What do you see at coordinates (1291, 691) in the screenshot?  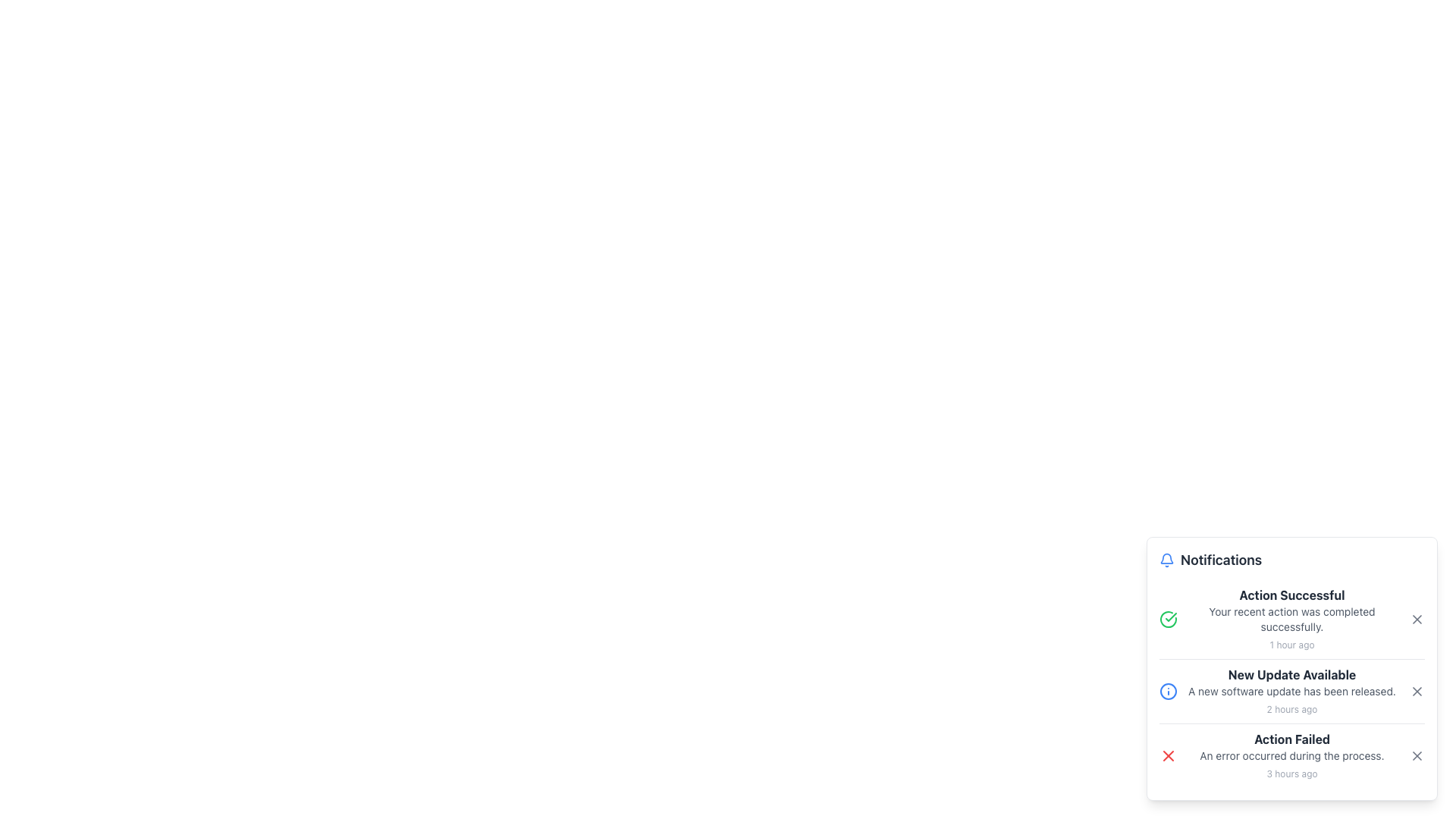 I see `informational text block about the new software update, which is the second notification in the notifications panel` at bounding box center [1291, 691].